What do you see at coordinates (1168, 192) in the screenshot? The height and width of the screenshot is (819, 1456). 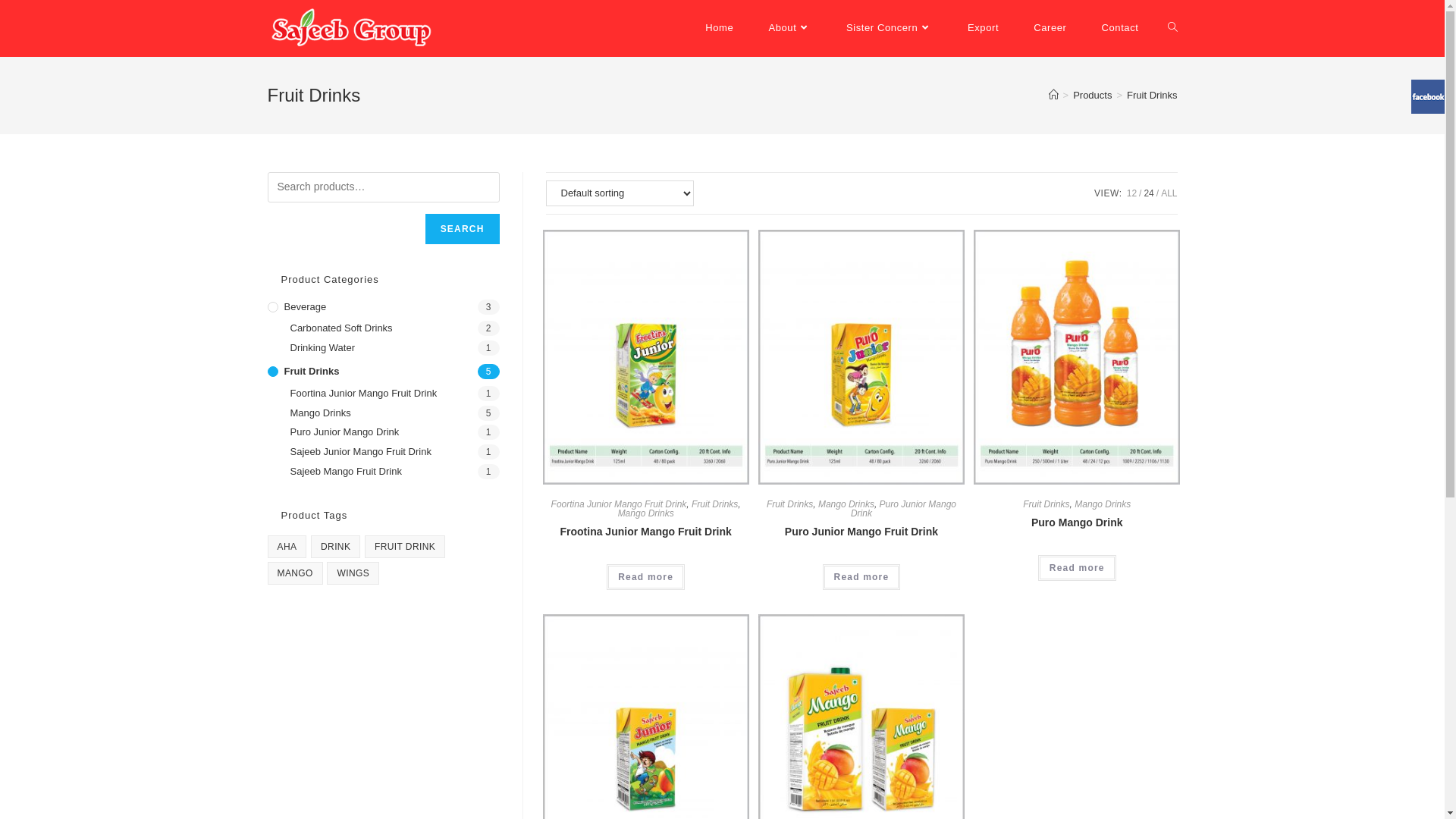 I see `'ALL'` at bounding box center [1168, 192].